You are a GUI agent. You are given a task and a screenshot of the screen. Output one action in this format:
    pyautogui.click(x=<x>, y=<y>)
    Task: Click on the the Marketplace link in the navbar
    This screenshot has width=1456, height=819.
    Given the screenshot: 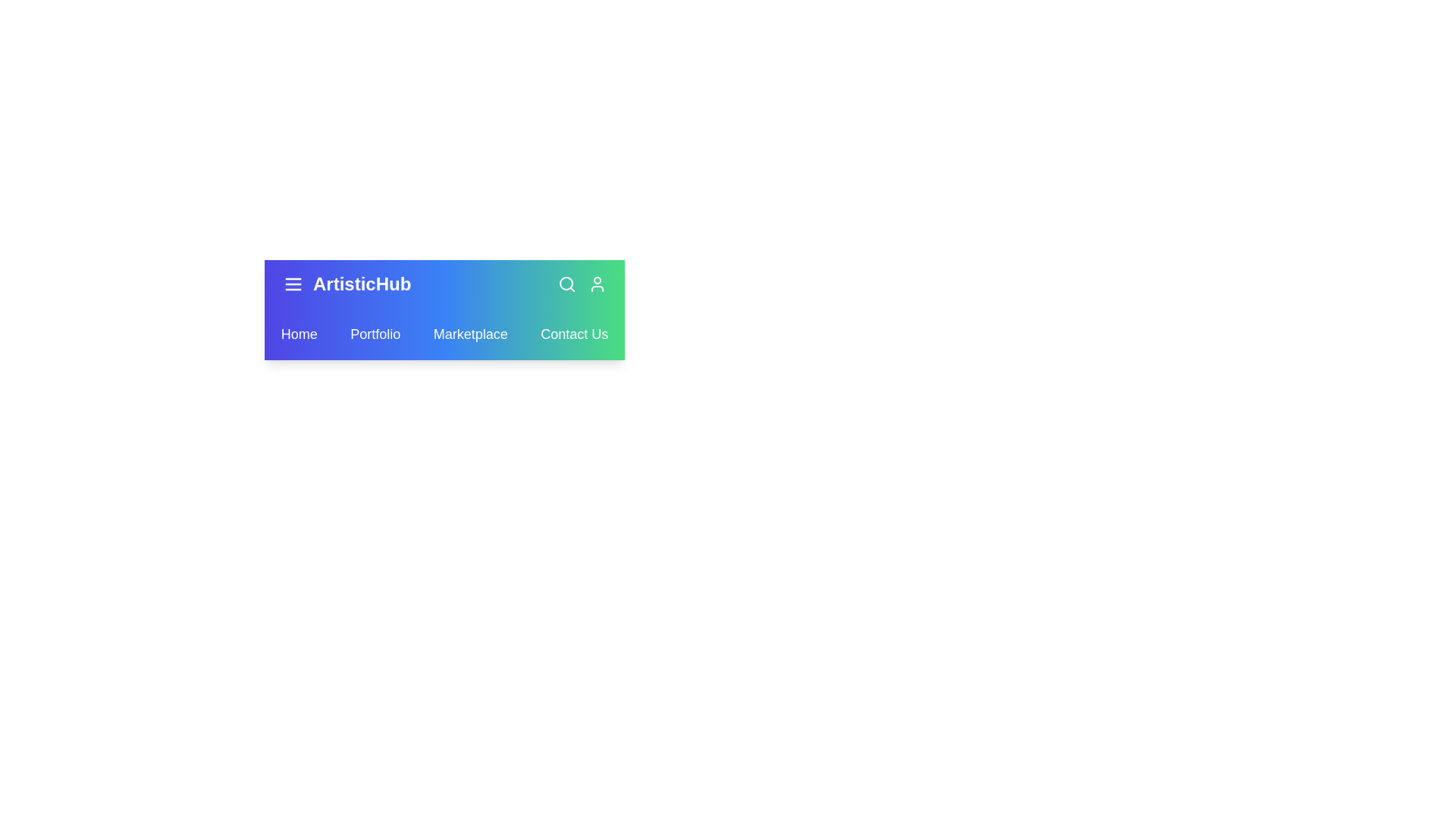 What is the action you would take?
    pyautogui.click(x=469, y=333)
    